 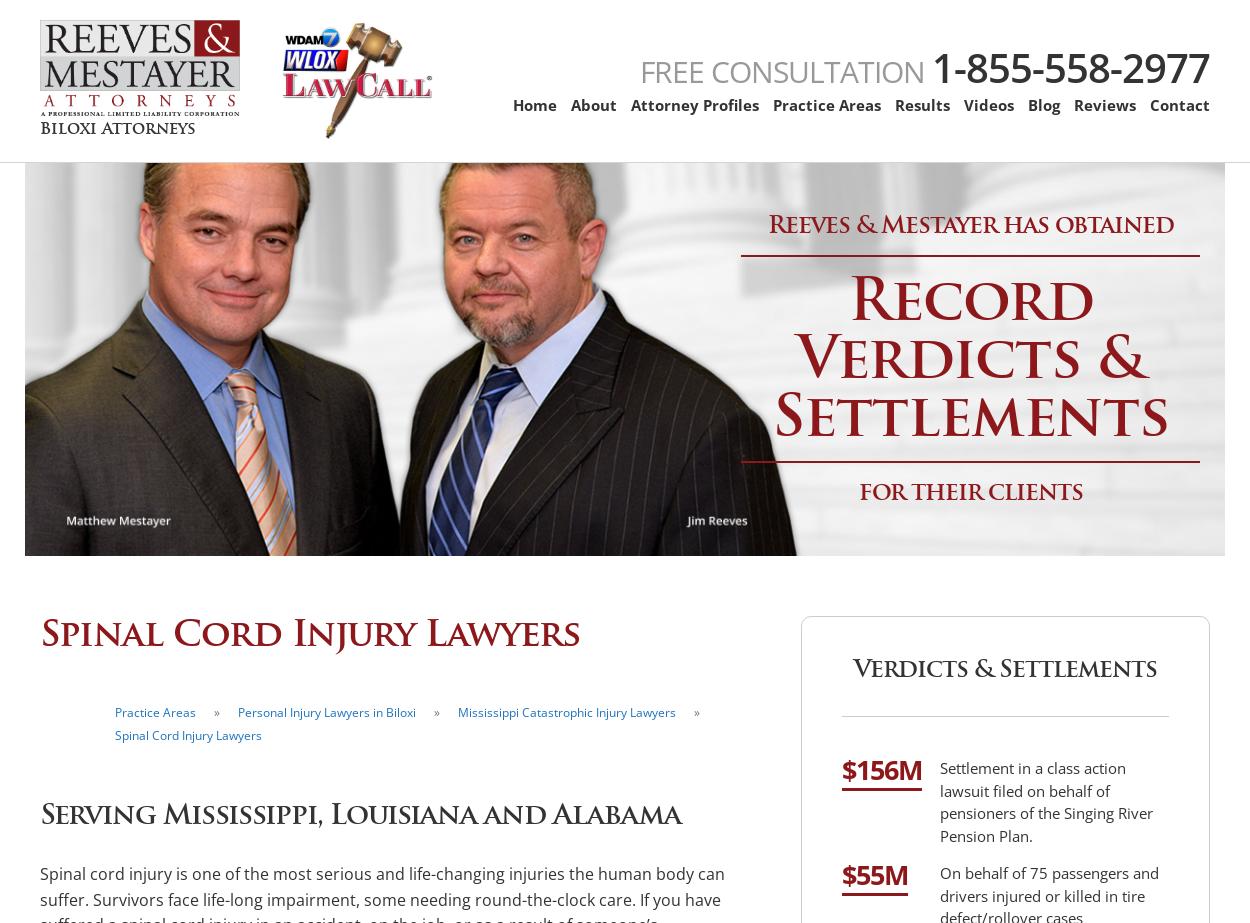 I want to click on 'Results', so click(x=922, y=105).